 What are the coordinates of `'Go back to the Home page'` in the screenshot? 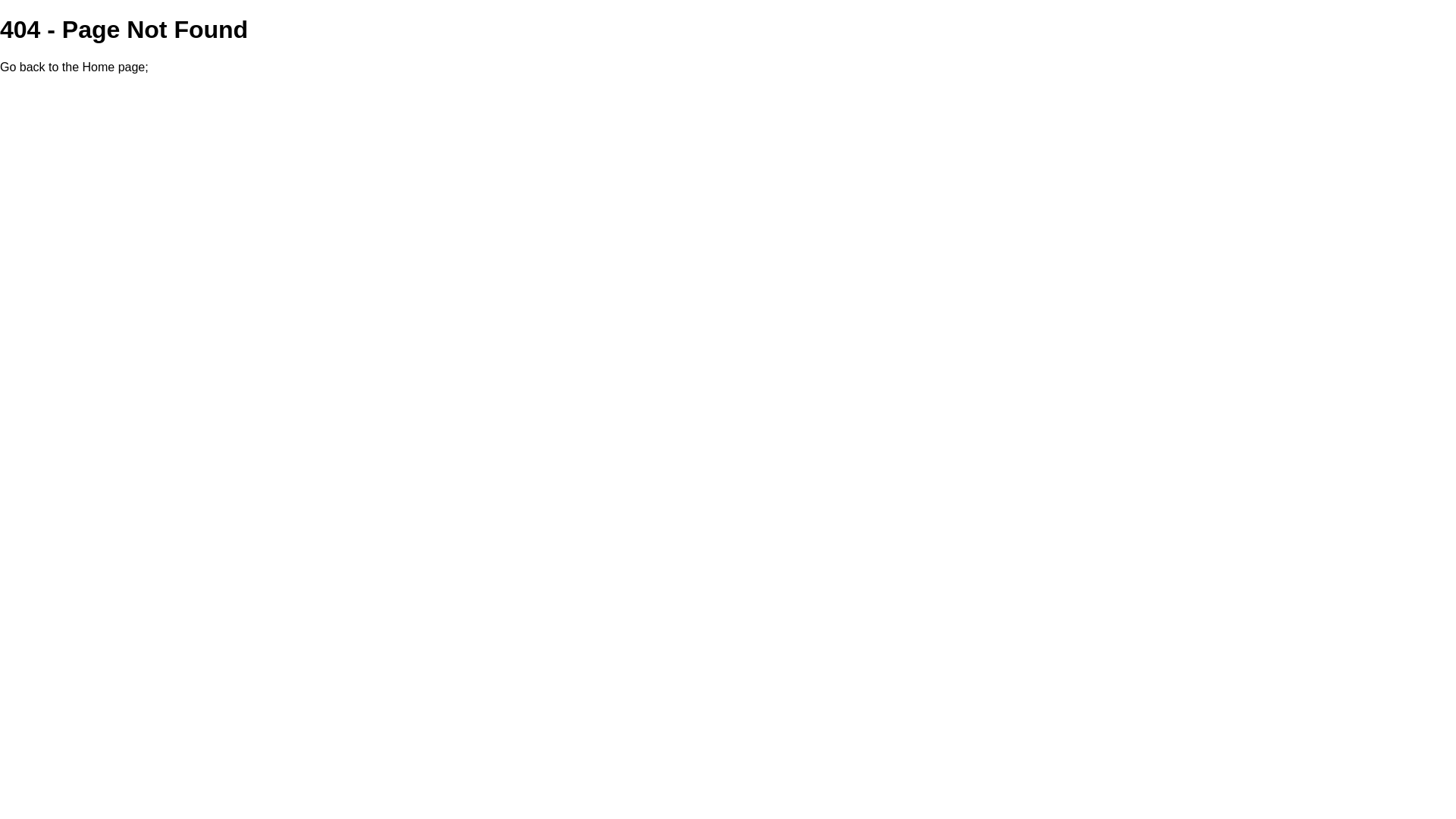 It's located at (0, 66).